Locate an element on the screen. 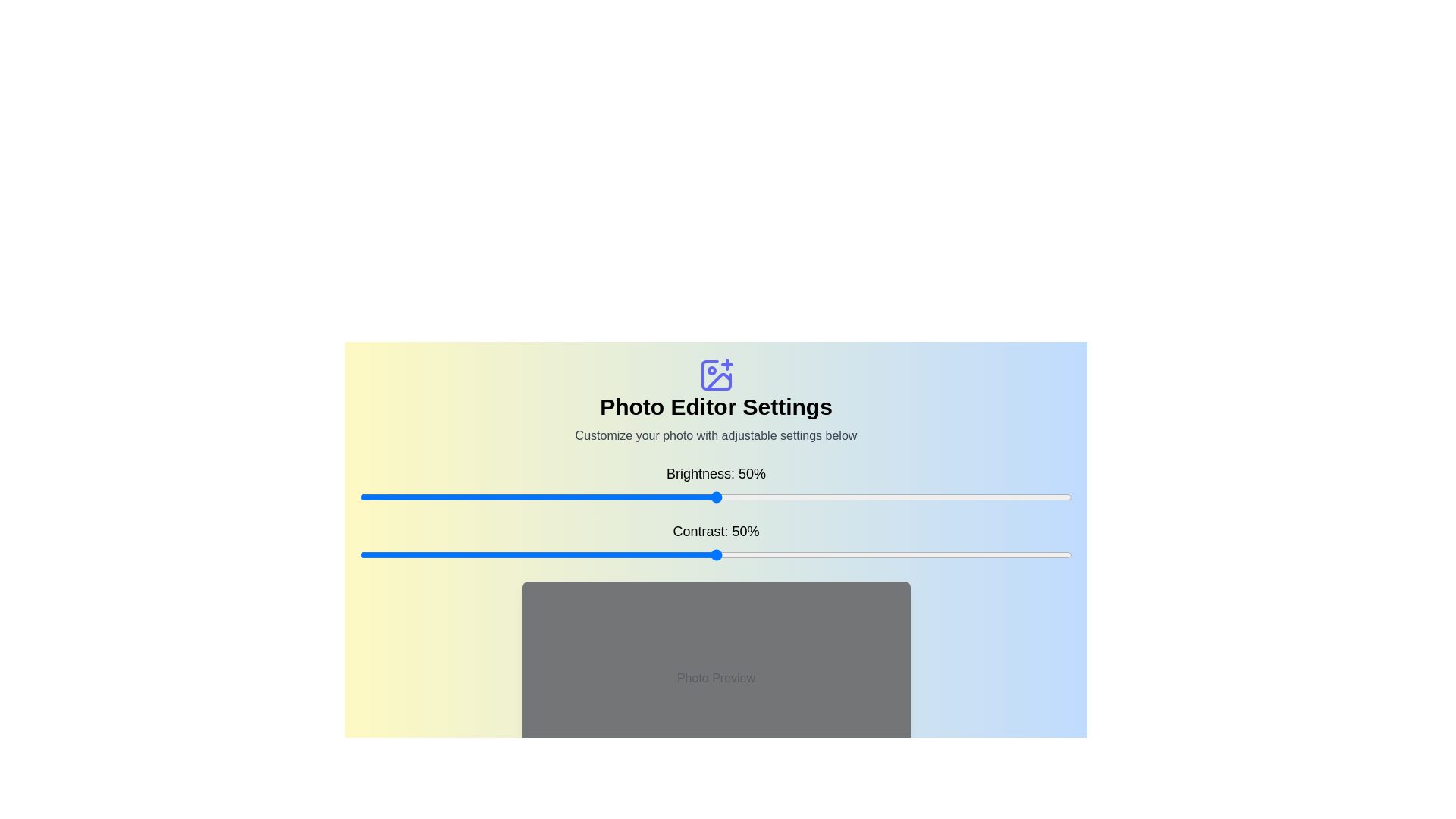 The height and width of the screenshot is (819, 1456). the brightness slider to 68% is located at coordinates (843, 497).